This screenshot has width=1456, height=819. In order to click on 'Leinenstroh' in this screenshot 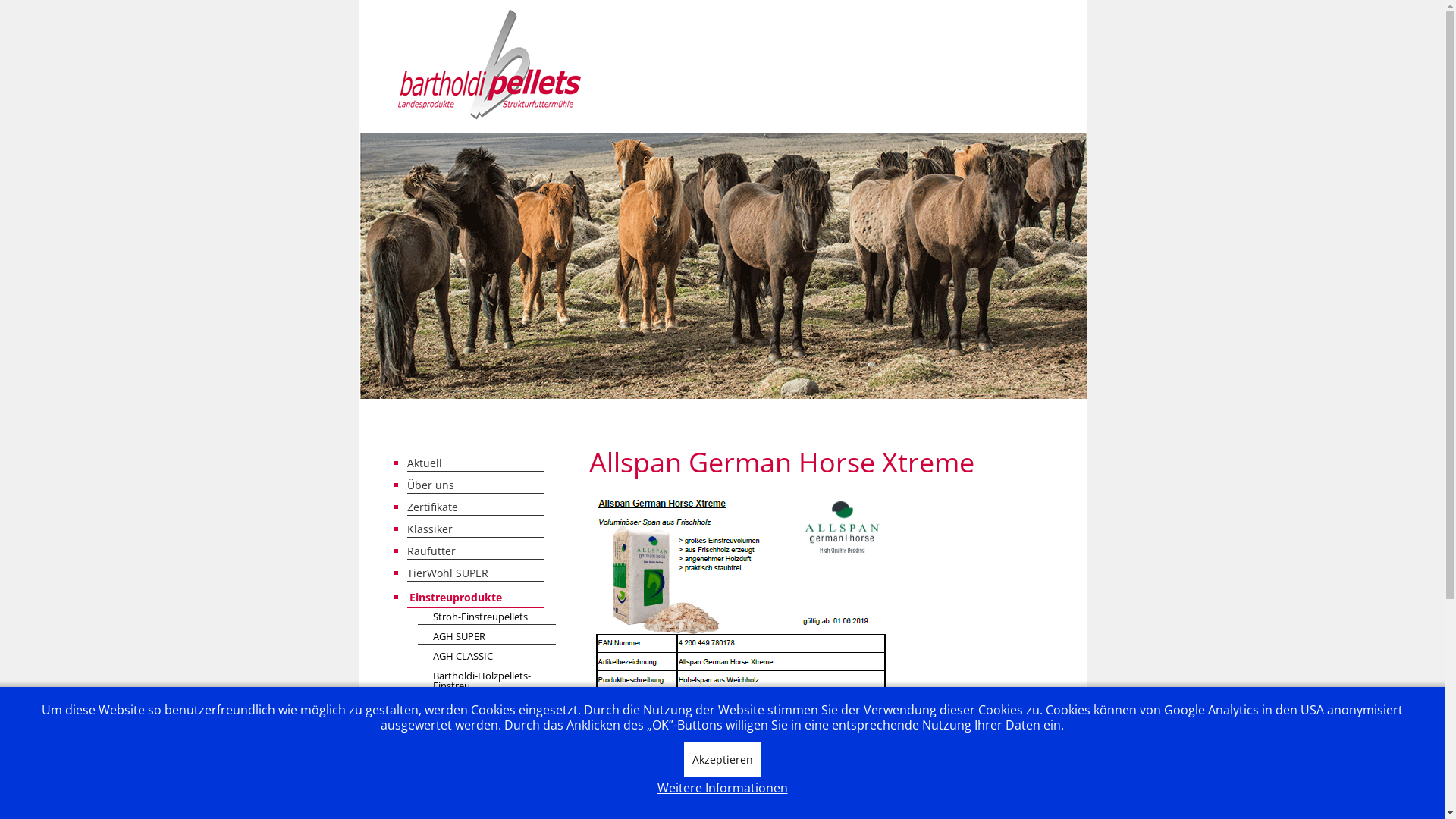, I will do `click(417, 706)`.